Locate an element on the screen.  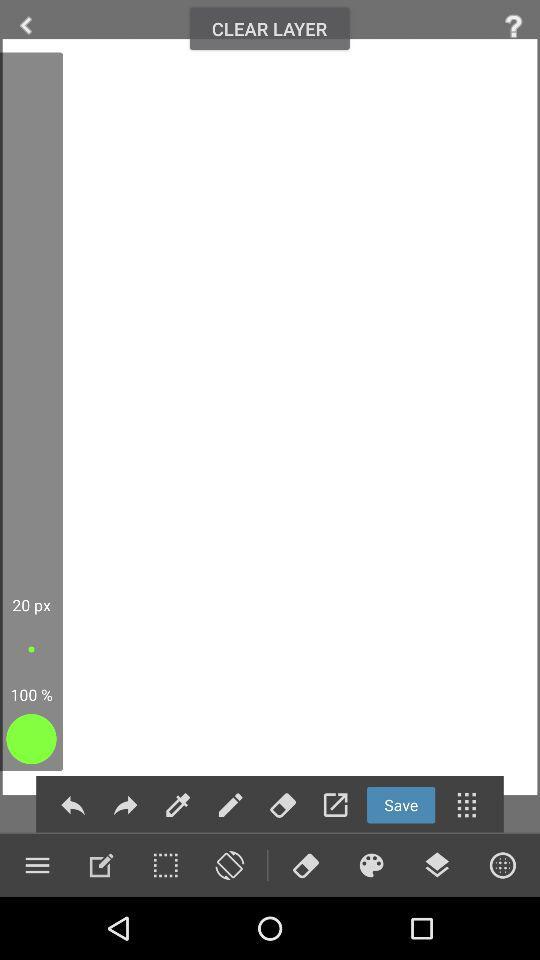
show color options is located at coordinates (370, 864).